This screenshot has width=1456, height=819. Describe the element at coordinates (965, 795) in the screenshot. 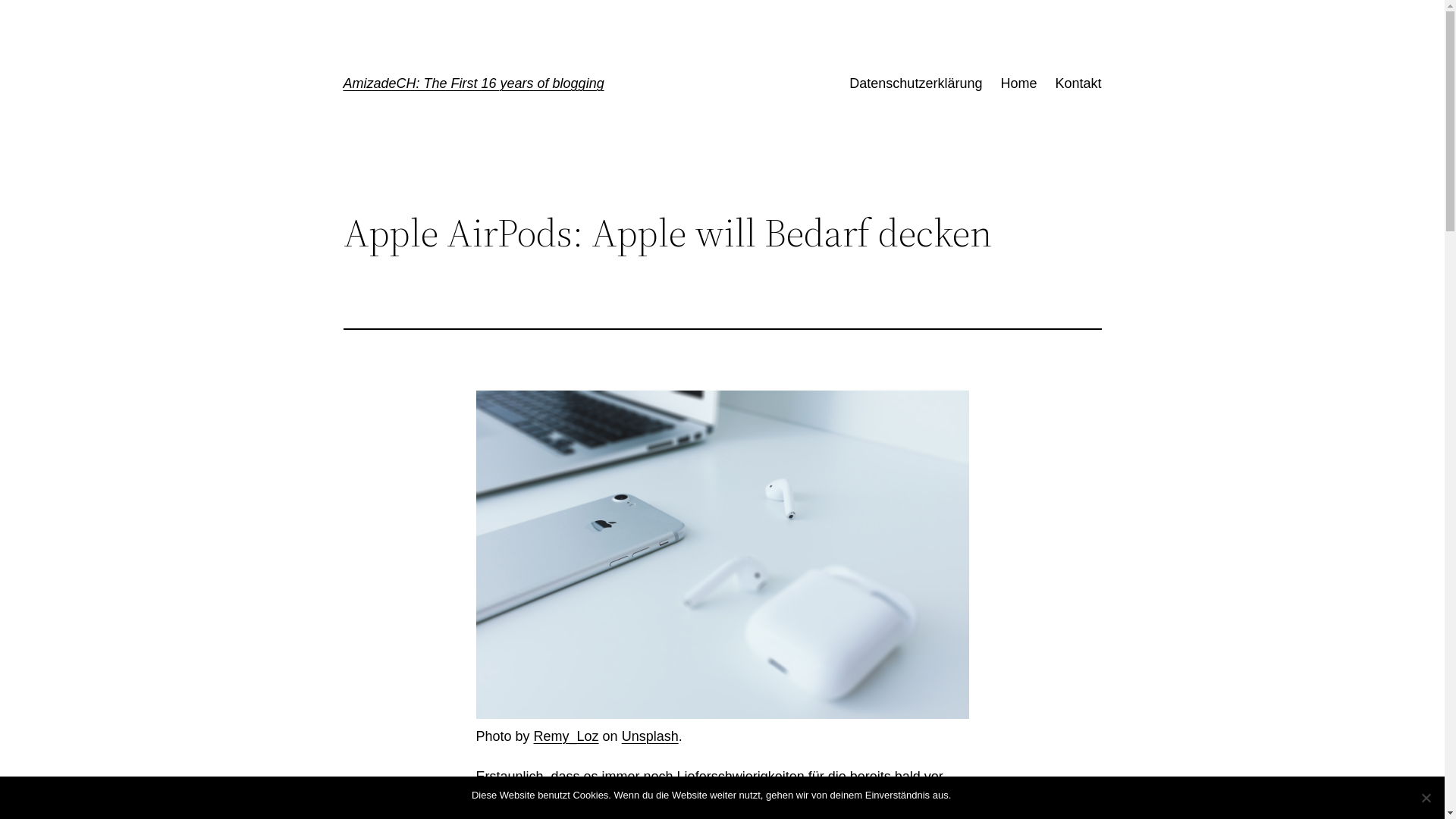

I see `'OK'` at that location.